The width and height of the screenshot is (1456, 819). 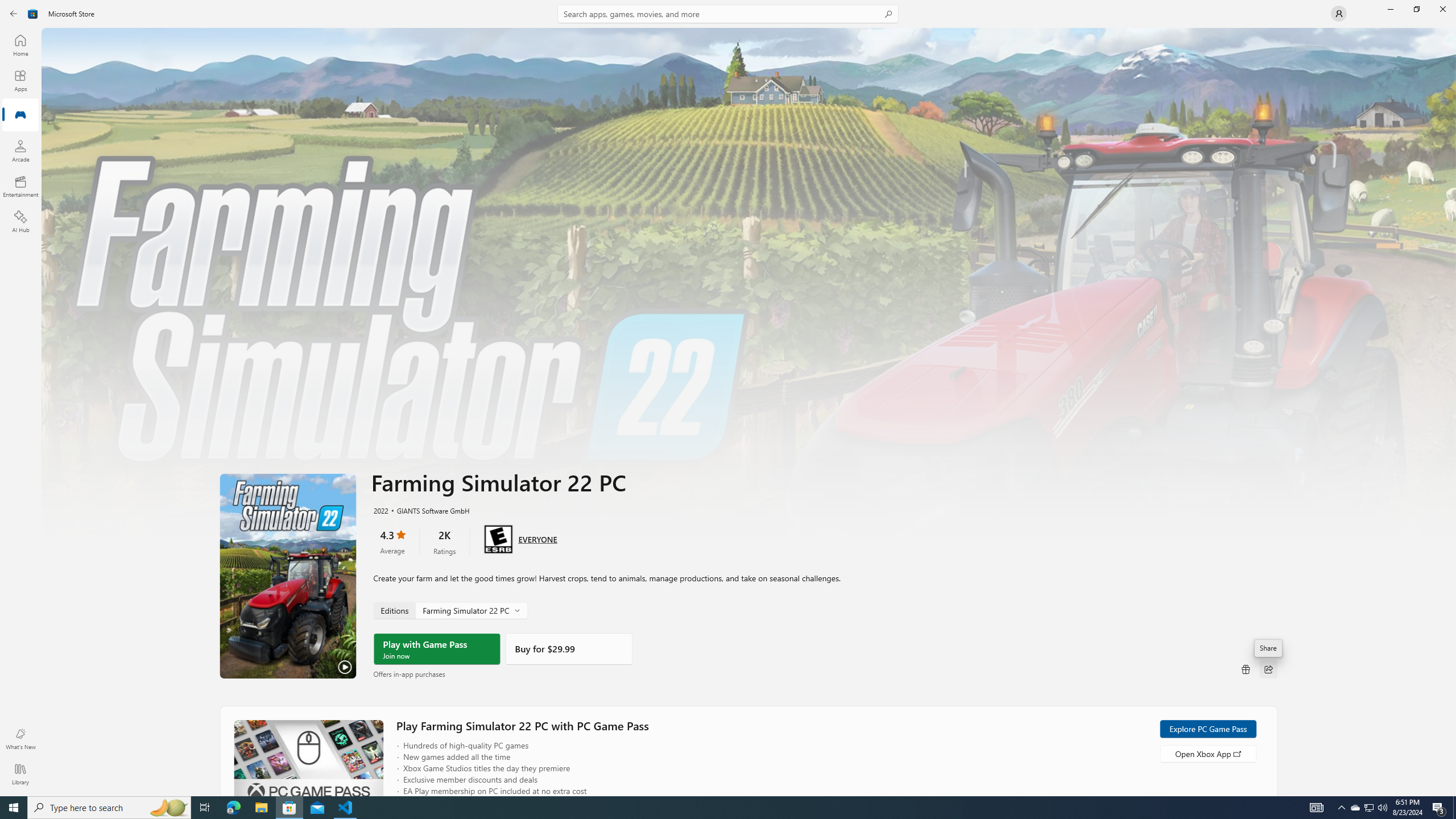 What do you see at coordinates (380, 510) in the screenshot?
I see `'2022'` at bounding box center [380, 510].